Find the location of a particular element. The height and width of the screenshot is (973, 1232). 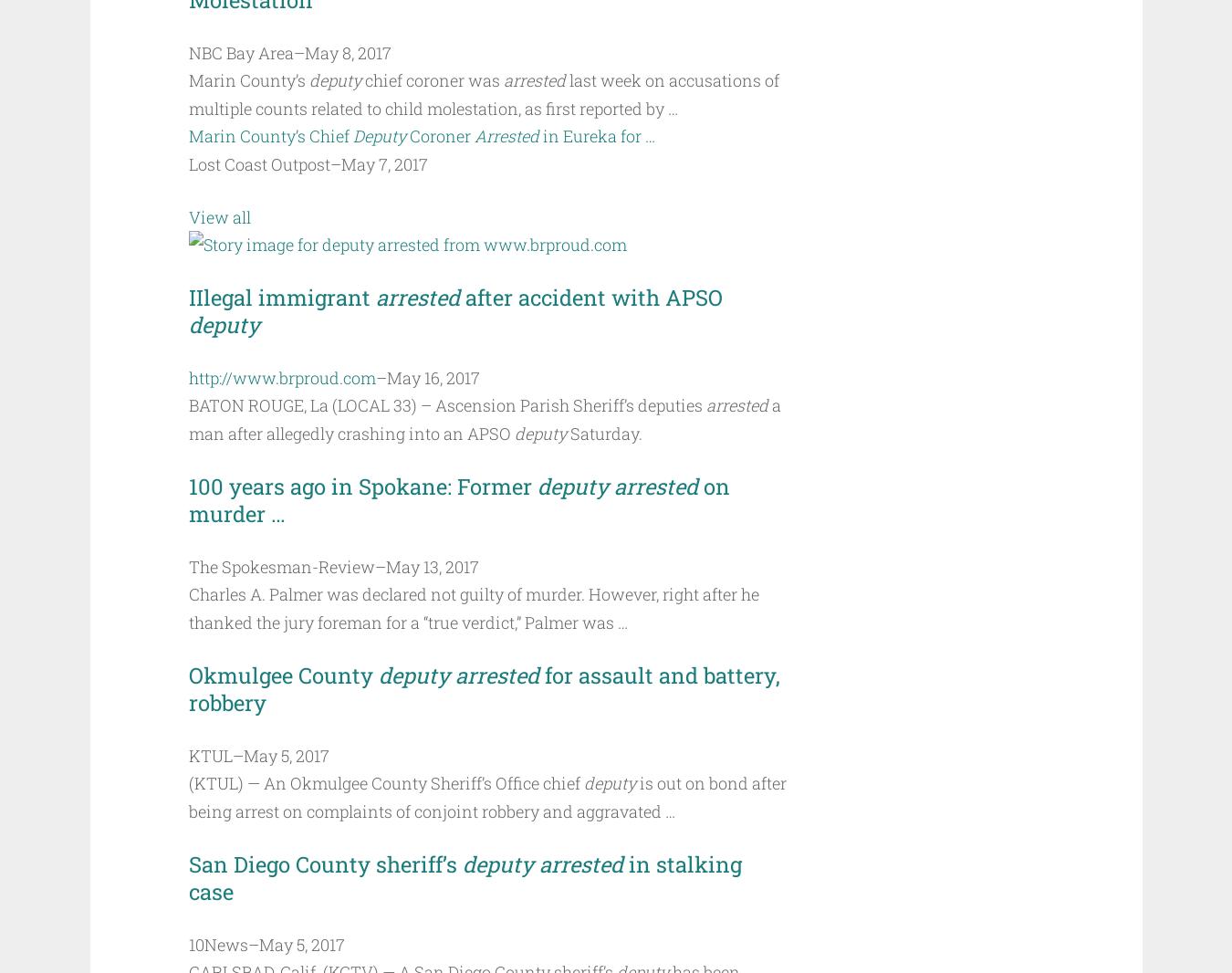

'100 years ago in Spokane: Former' is located at coordinates (362, 486).